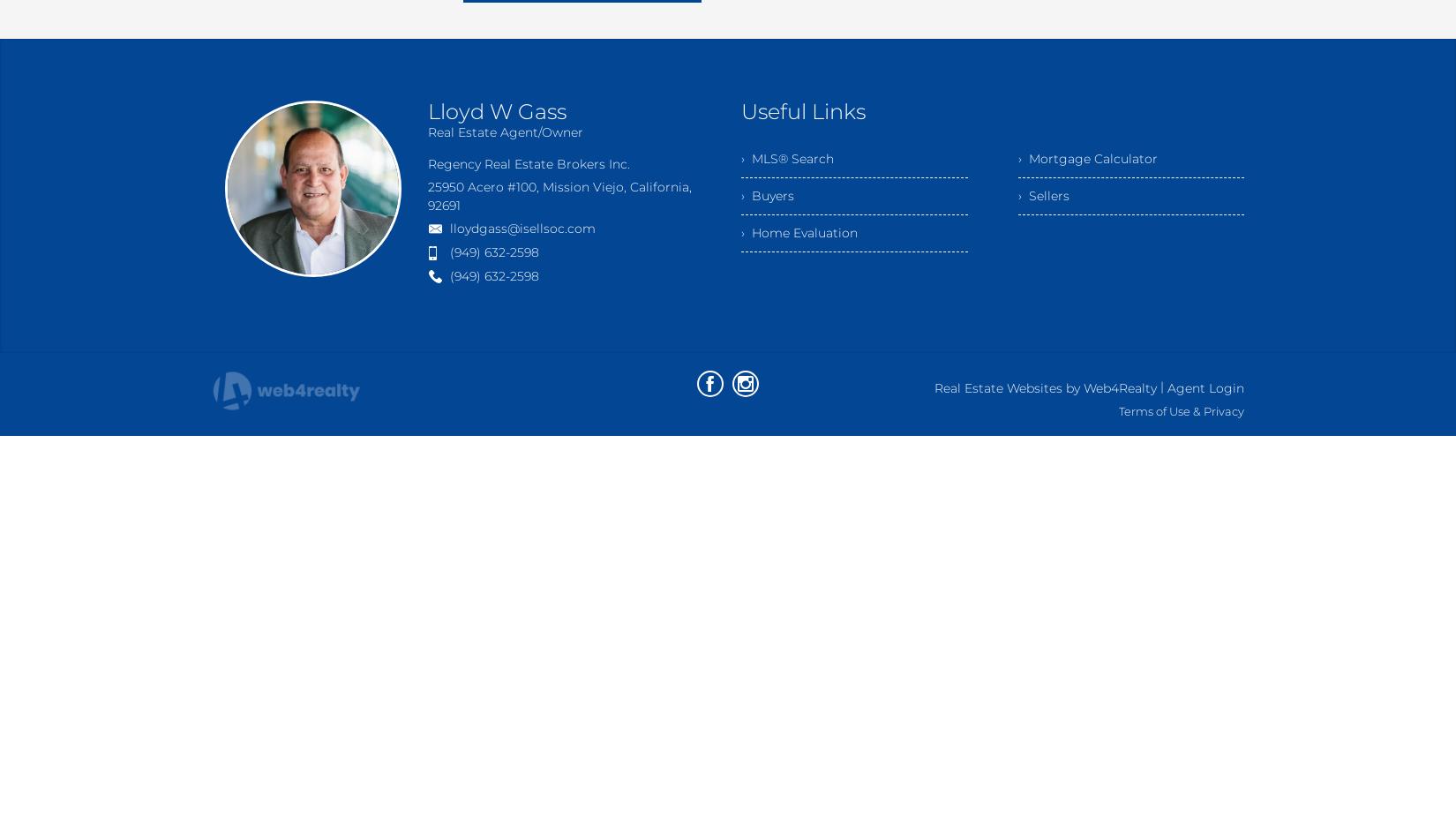  Describe the element at coordinates (787, 158) in the screenshot. I see `'›  MLS® Search'` at that location.